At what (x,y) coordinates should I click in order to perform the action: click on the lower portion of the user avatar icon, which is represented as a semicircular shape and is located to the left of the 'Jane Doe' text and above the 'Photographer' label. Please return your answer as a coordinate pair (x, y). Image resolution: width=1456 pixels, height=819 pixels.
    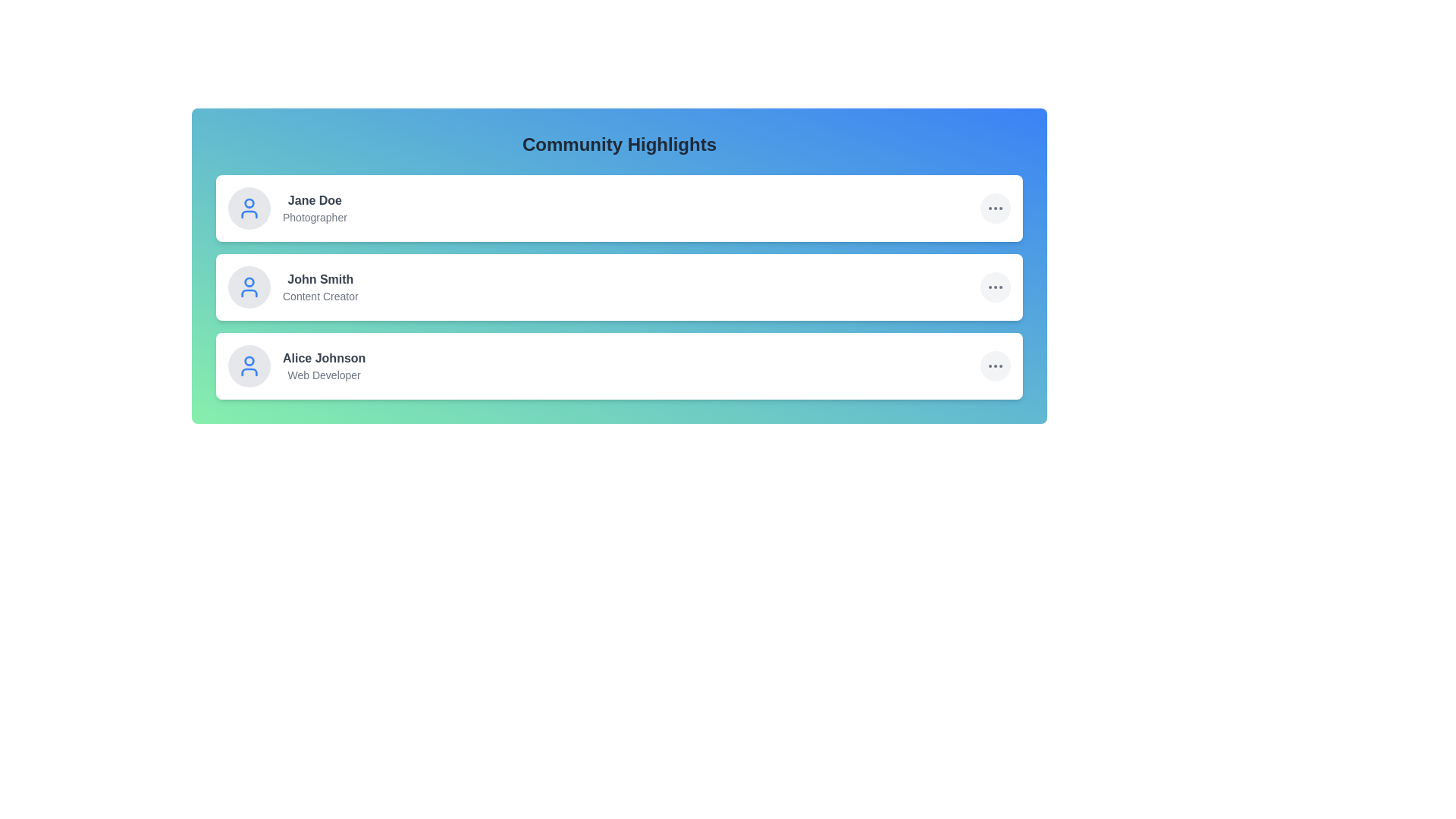
    Looking at the image, I should click on (249, 214).